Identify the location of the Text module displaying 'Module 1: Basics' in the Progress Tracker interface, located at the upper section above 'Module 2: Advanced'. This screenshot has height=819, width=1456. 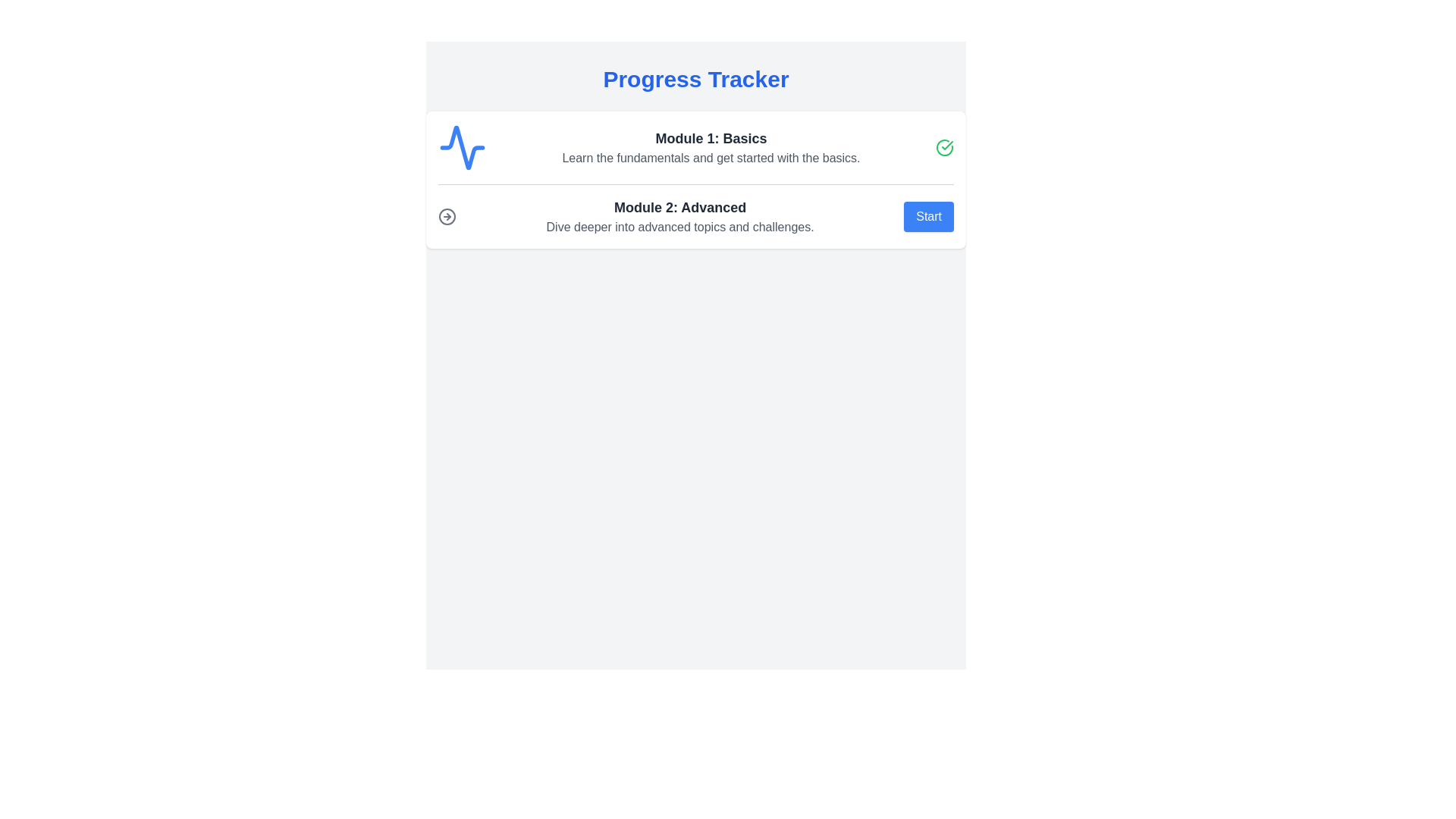
(695, 148).